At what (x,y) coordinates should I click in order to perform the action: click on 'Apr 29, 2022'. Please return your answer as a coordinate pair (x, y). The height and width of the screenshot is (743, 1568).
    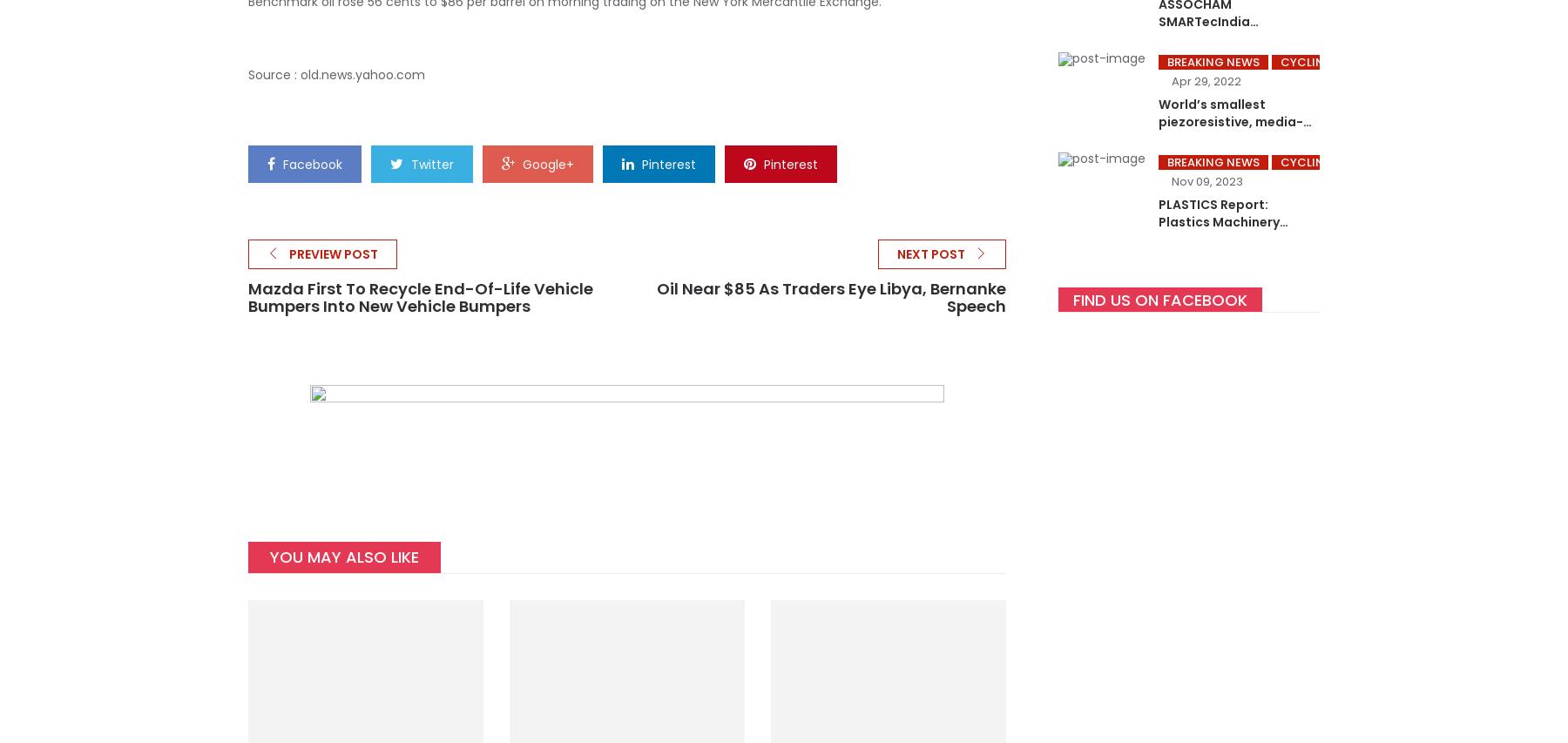
    Looking at the image, I should click on (1171, 79).